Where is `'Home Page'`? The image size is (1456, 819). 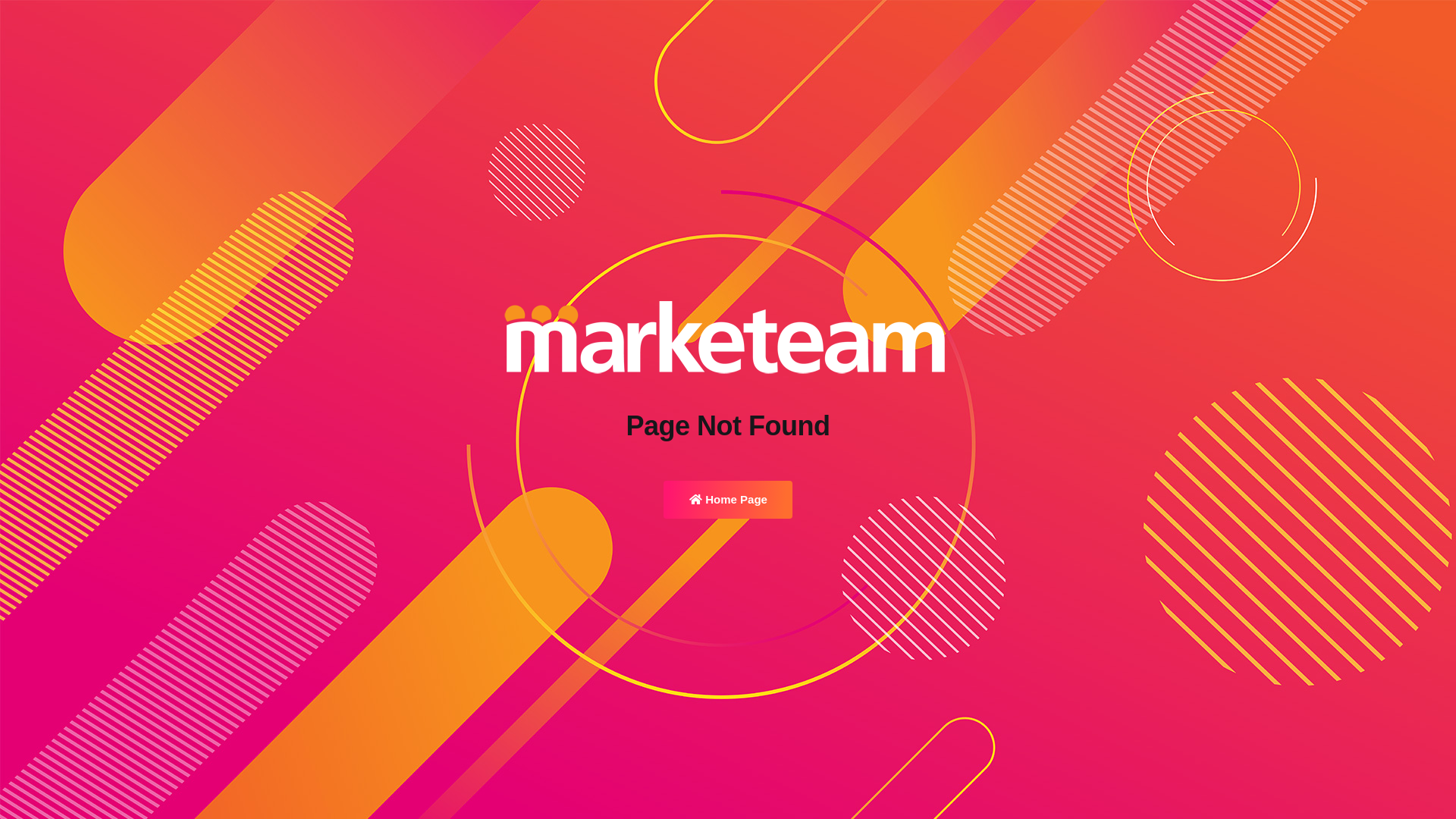 'Home Page' is located at coordinates (728, 500).